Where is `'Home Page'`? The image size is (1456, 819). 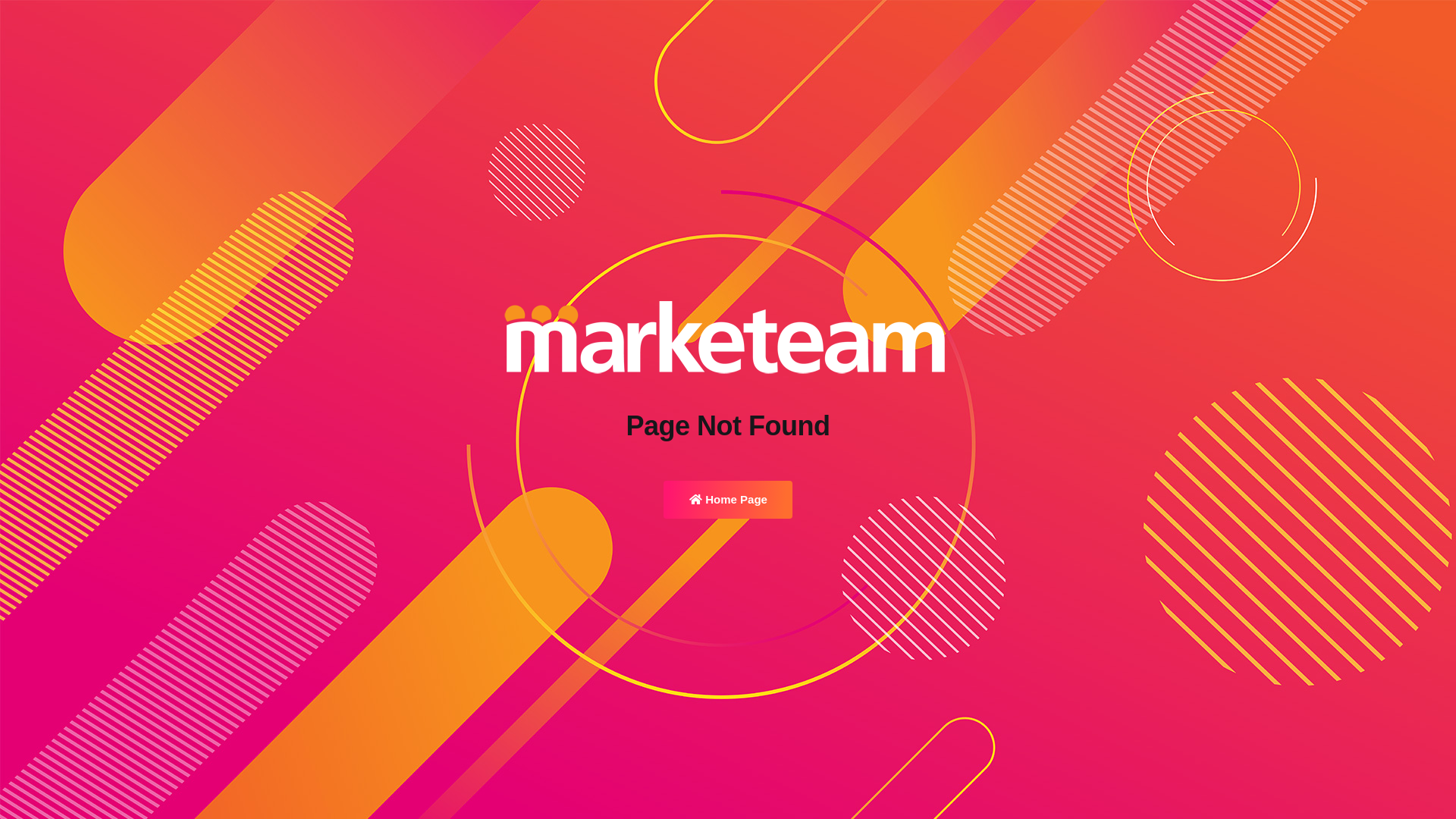 'Home Page' is located at coordinates (728, 500).